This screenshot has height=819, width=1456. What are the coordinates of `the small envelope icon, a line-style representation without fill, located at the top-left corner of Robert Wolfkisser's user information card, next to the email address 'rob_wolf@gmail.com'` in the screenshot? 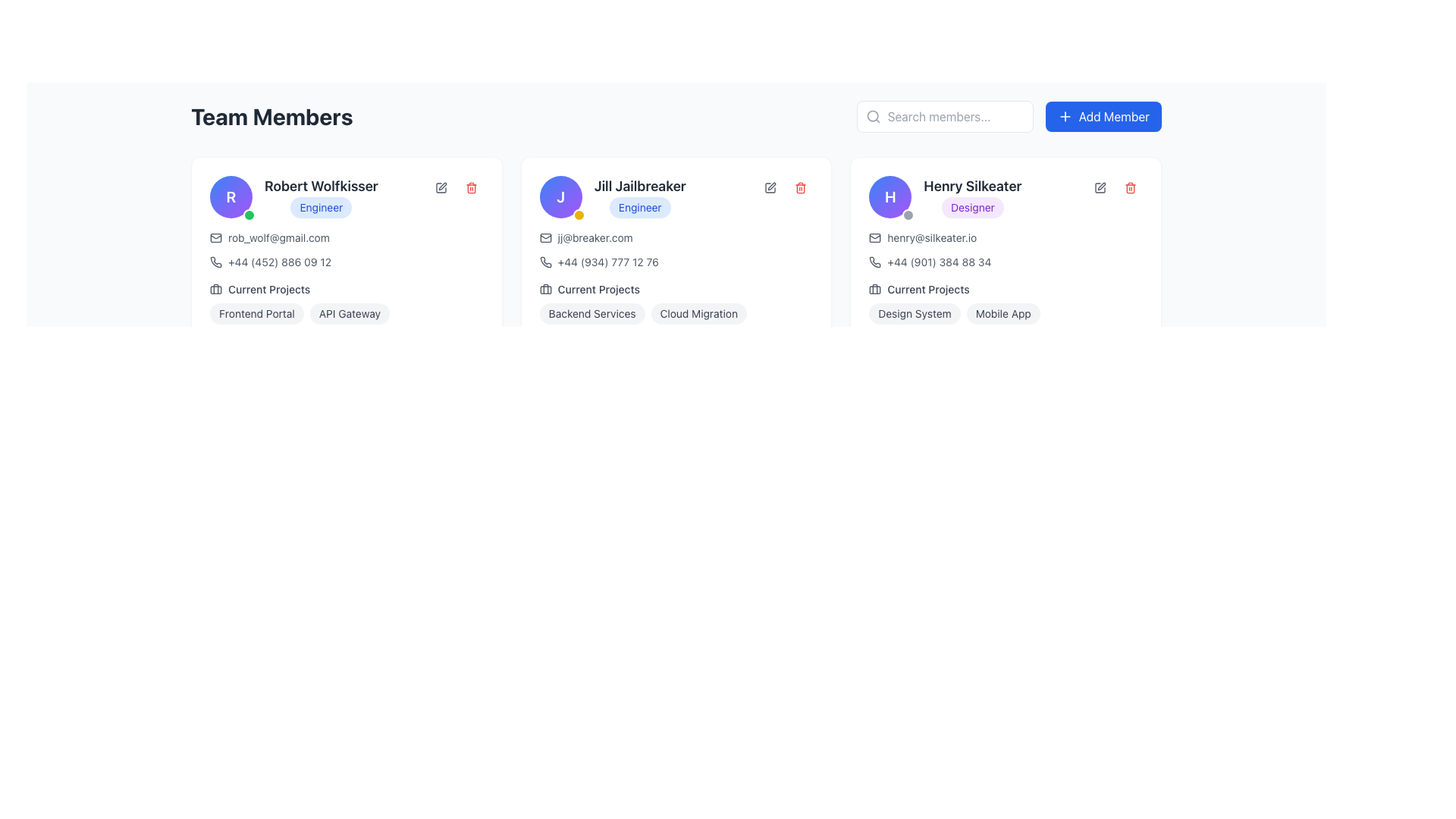 It's located at (215, 237).